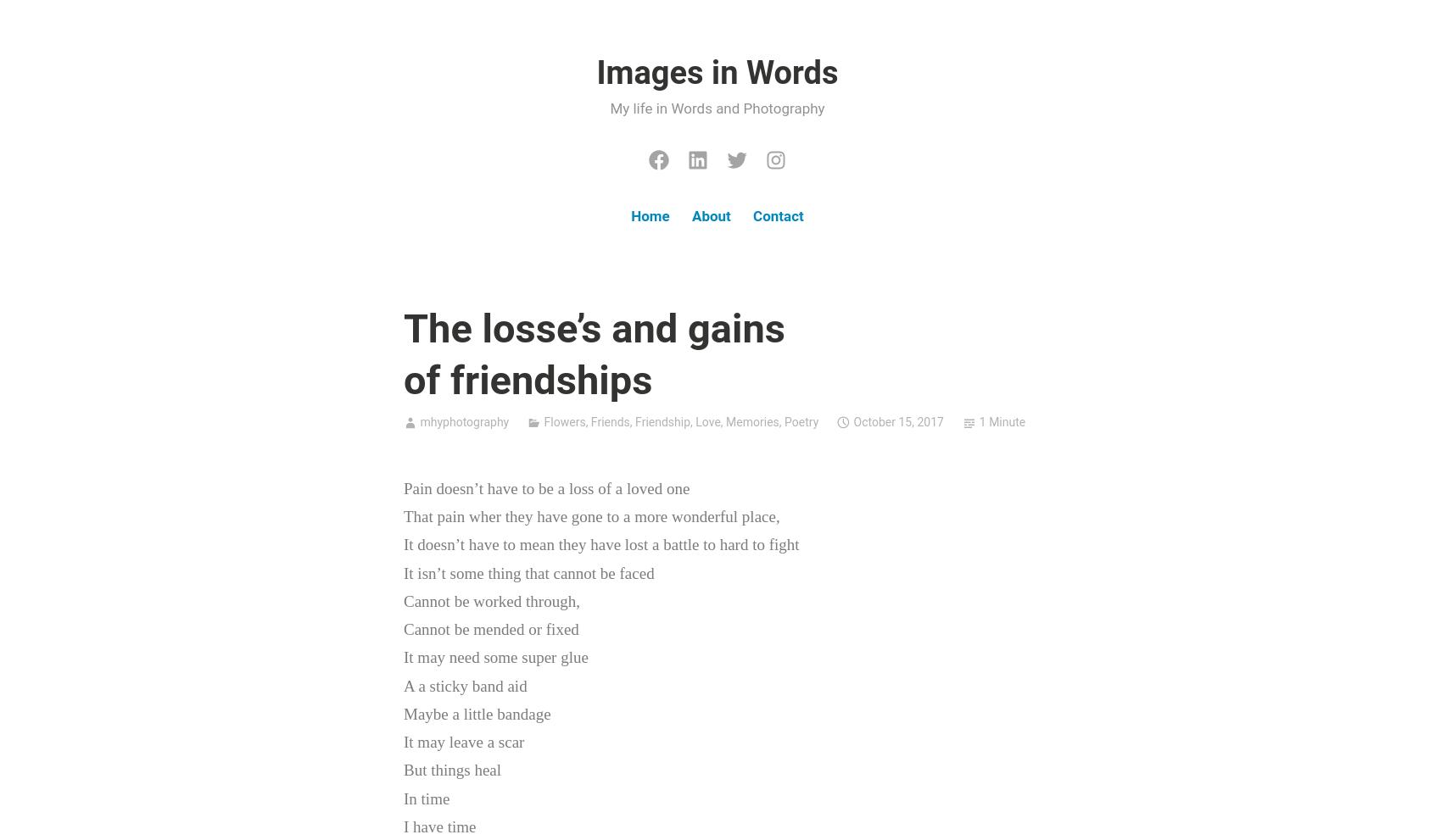 The width and height of the screenshot is (1435, 840). I want to click on 'Friendship', so click(662, 421).